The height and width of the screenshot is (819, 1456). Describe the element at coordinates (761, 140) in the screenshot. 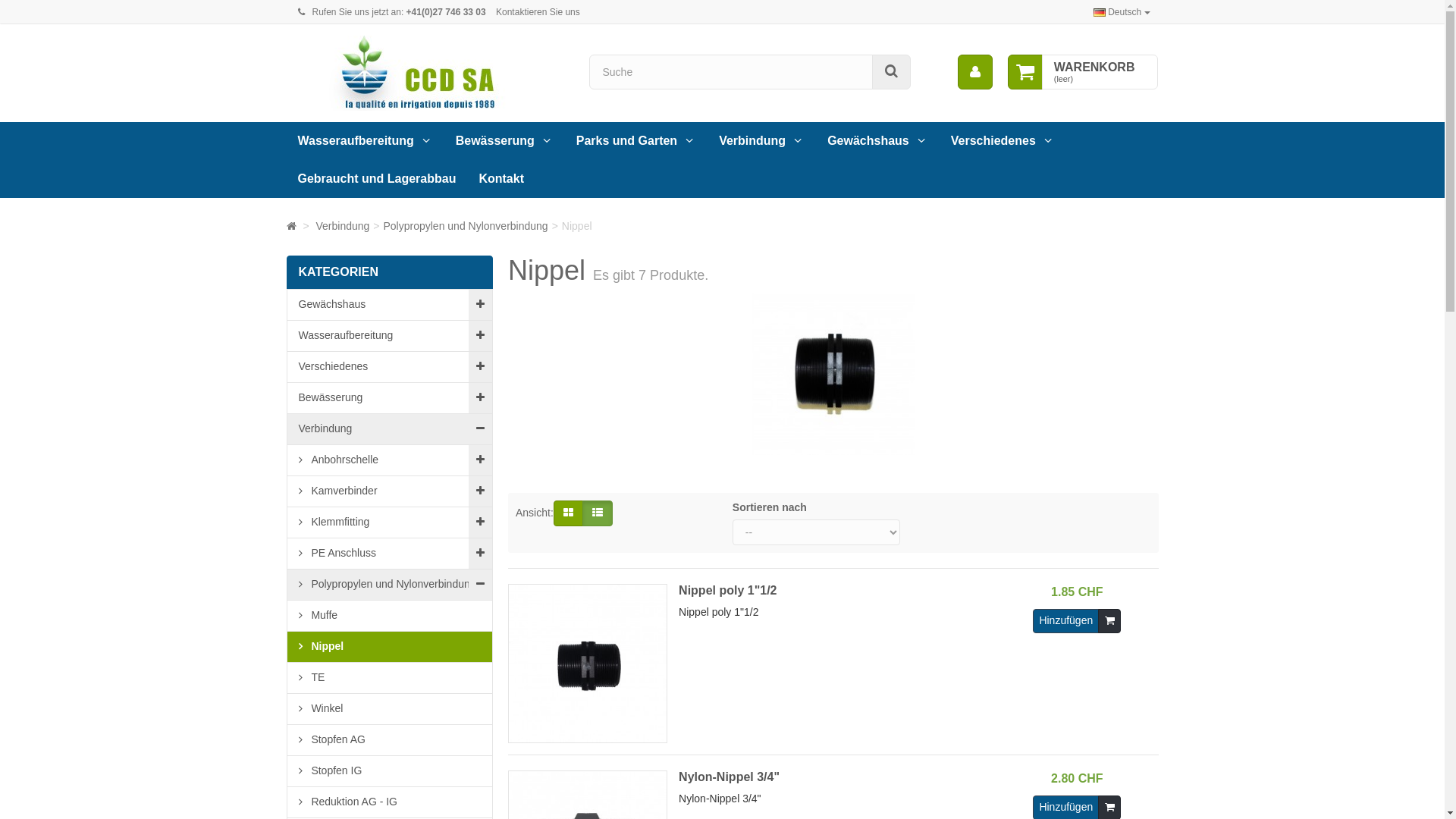

I see `'Verbindung'` at that location.